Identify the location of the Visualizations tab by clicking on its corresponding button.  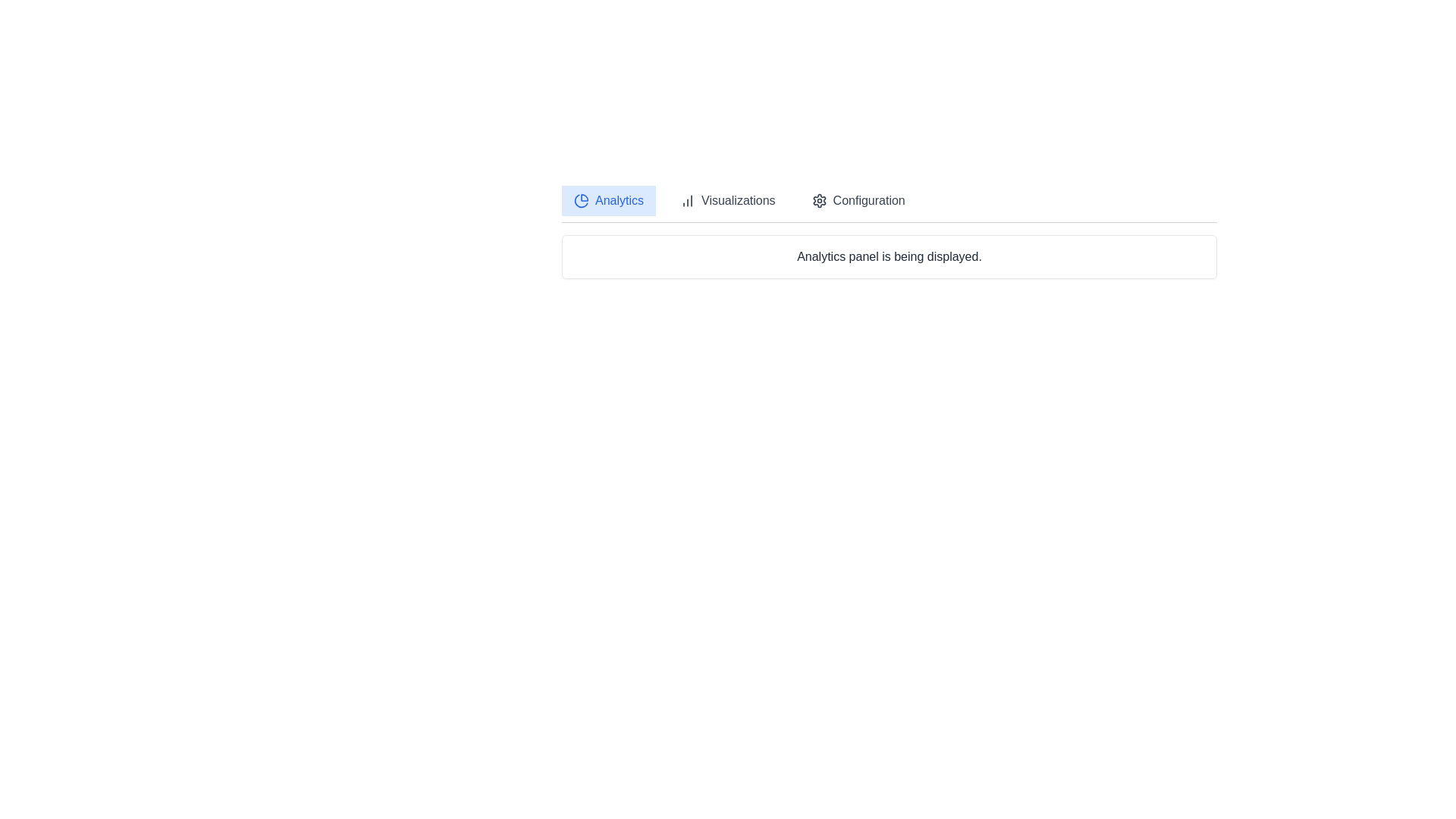
(728, 200).